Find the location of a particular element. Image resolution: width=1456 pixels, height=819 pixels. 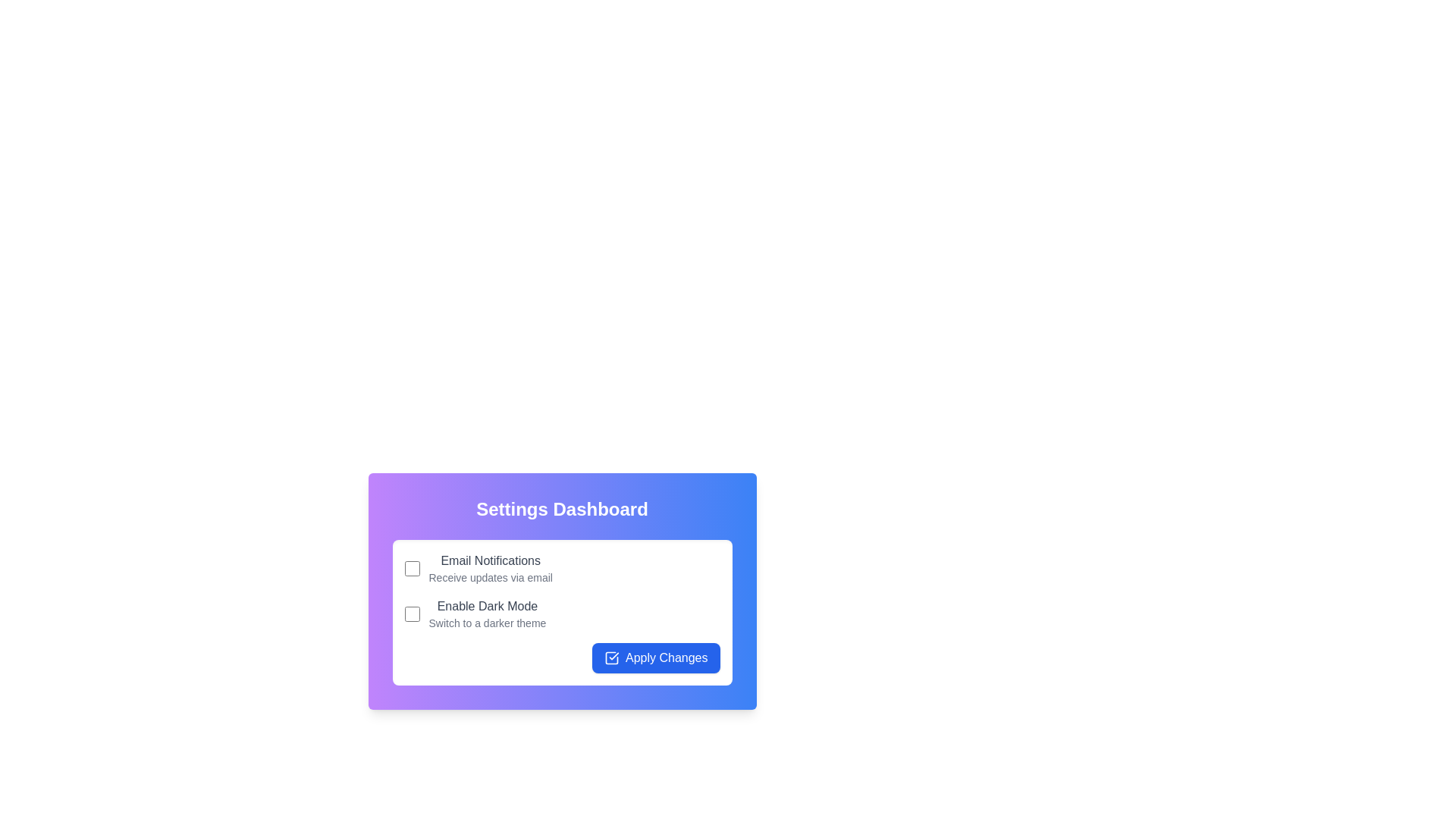

the checkbox associated with the 'Email Notifications' labeled checkbox that has a bolded title and a subtitle for user interaction is located at coordinates (561, 568).